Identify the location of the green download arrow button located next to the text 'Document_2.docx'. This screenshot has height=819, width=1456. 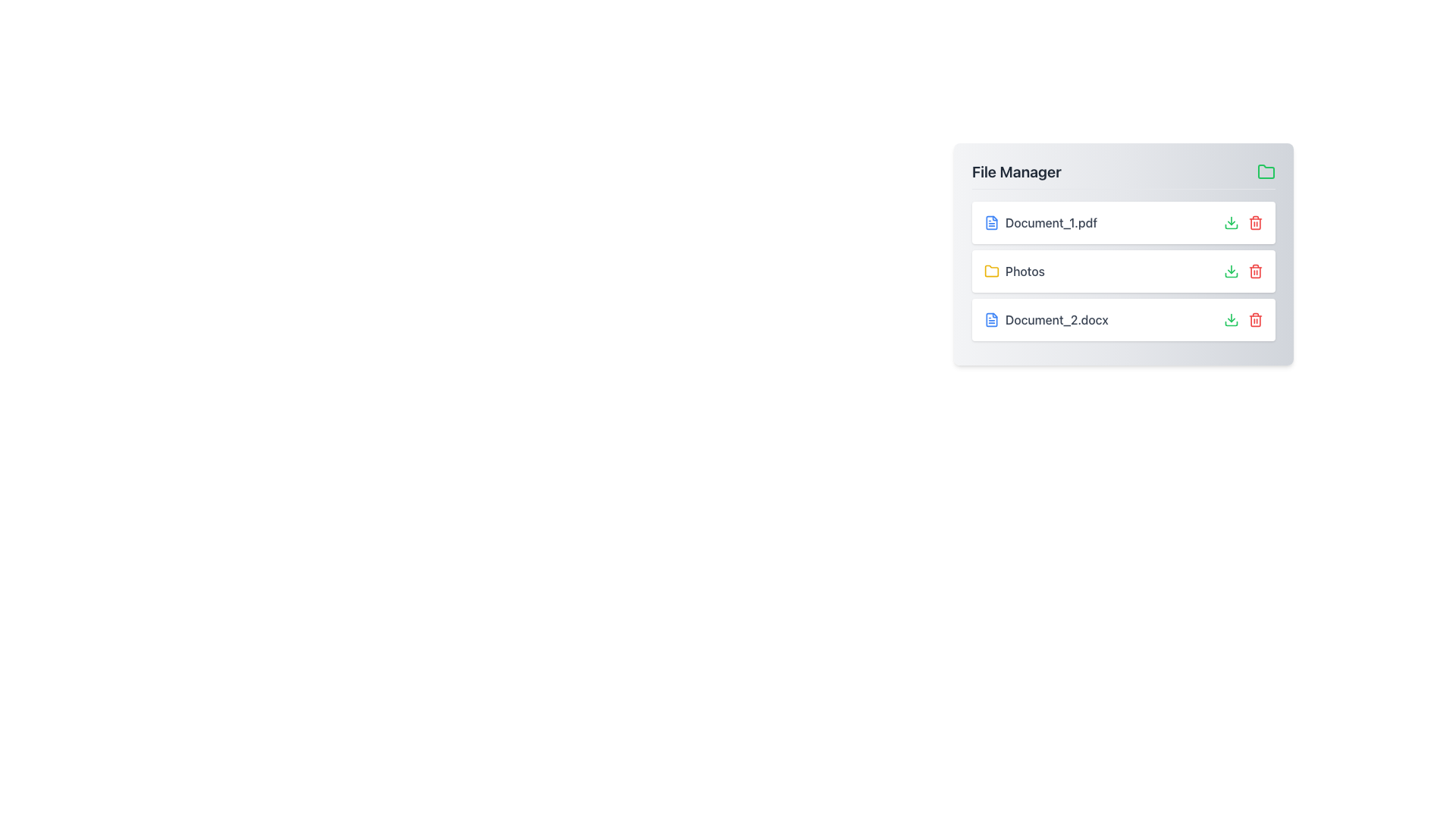
(1231, 318).